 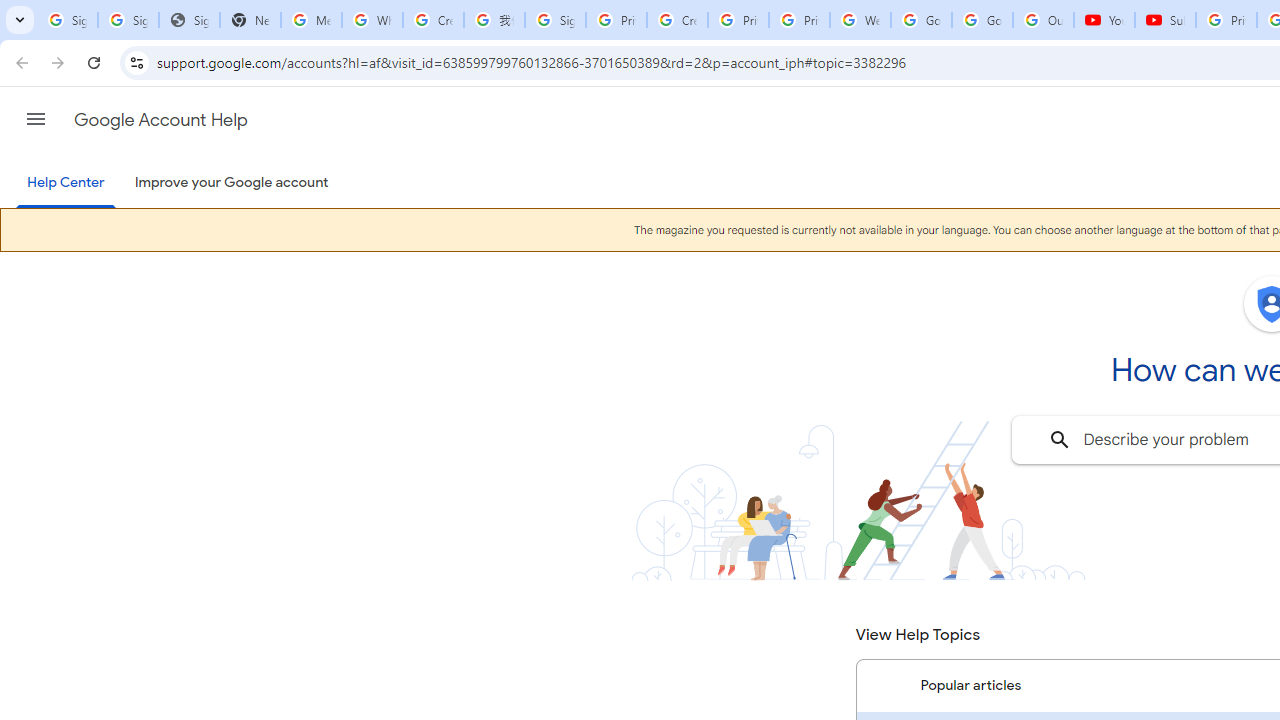 What do you see at coordinates (65, 183) in the screenshot?
I see `'Help Center'` at bounding box center [65, 183].